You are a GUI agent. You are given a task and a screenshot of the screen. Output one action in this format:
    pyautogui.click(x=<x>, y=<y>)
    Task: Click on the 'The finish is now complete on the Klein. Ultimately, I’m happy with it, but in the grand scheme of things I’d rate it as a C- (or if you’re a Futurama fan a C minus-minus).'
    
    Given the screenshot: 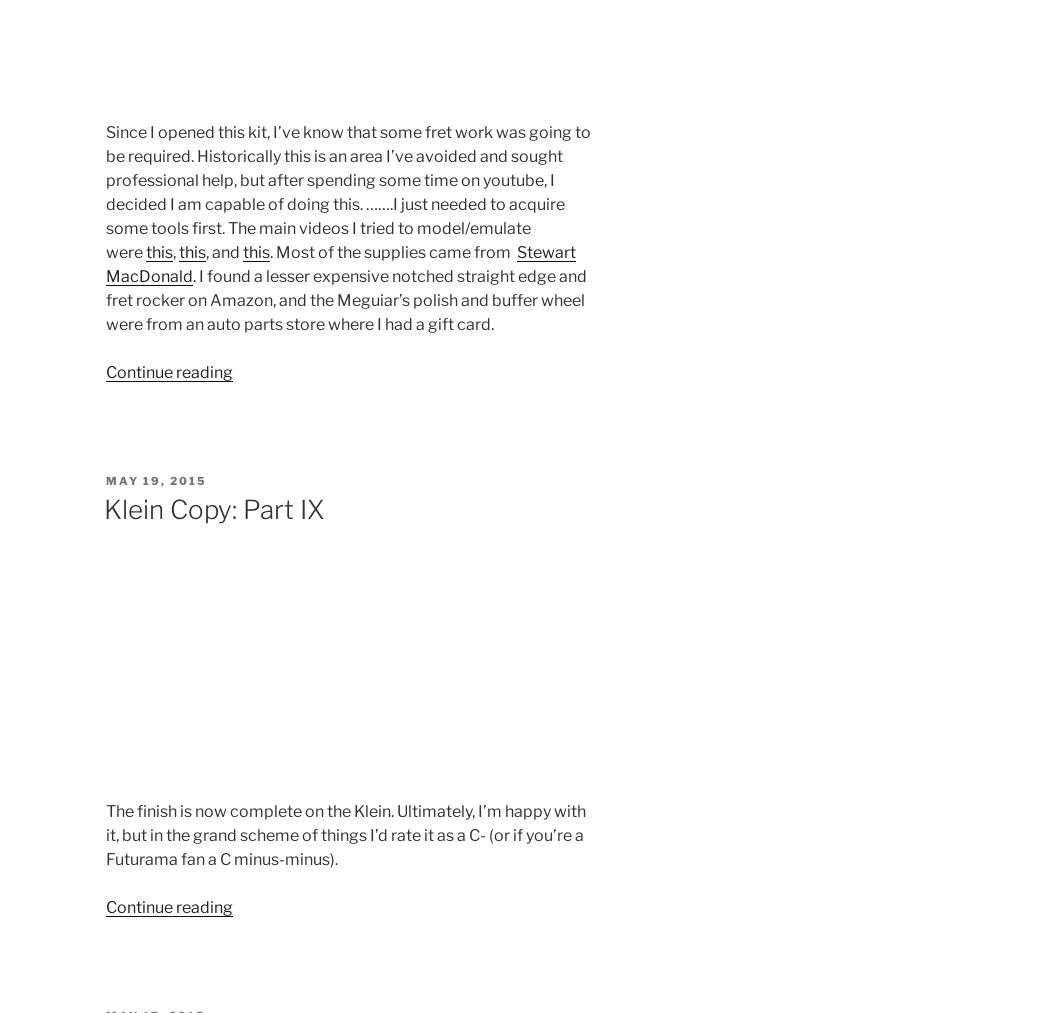 What is the action you would take?
    pyautogui.click(x=344, y=833)
    